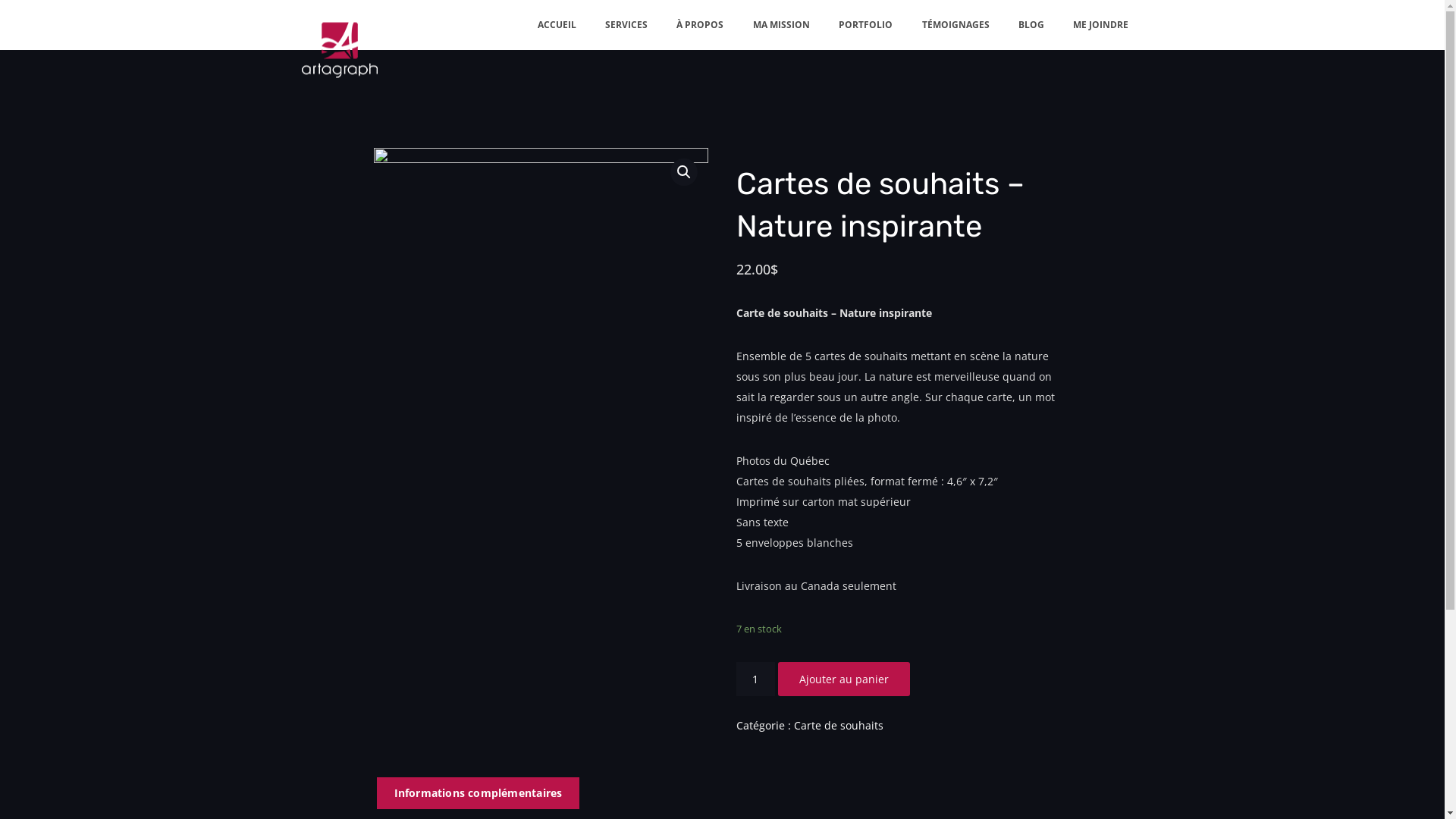 The width and height of the screenshot is (1456, 819). What do you see at coordinates (626, 25) in the screenshot?
I see `'SERVICES'` at bounding box center [626, 25].